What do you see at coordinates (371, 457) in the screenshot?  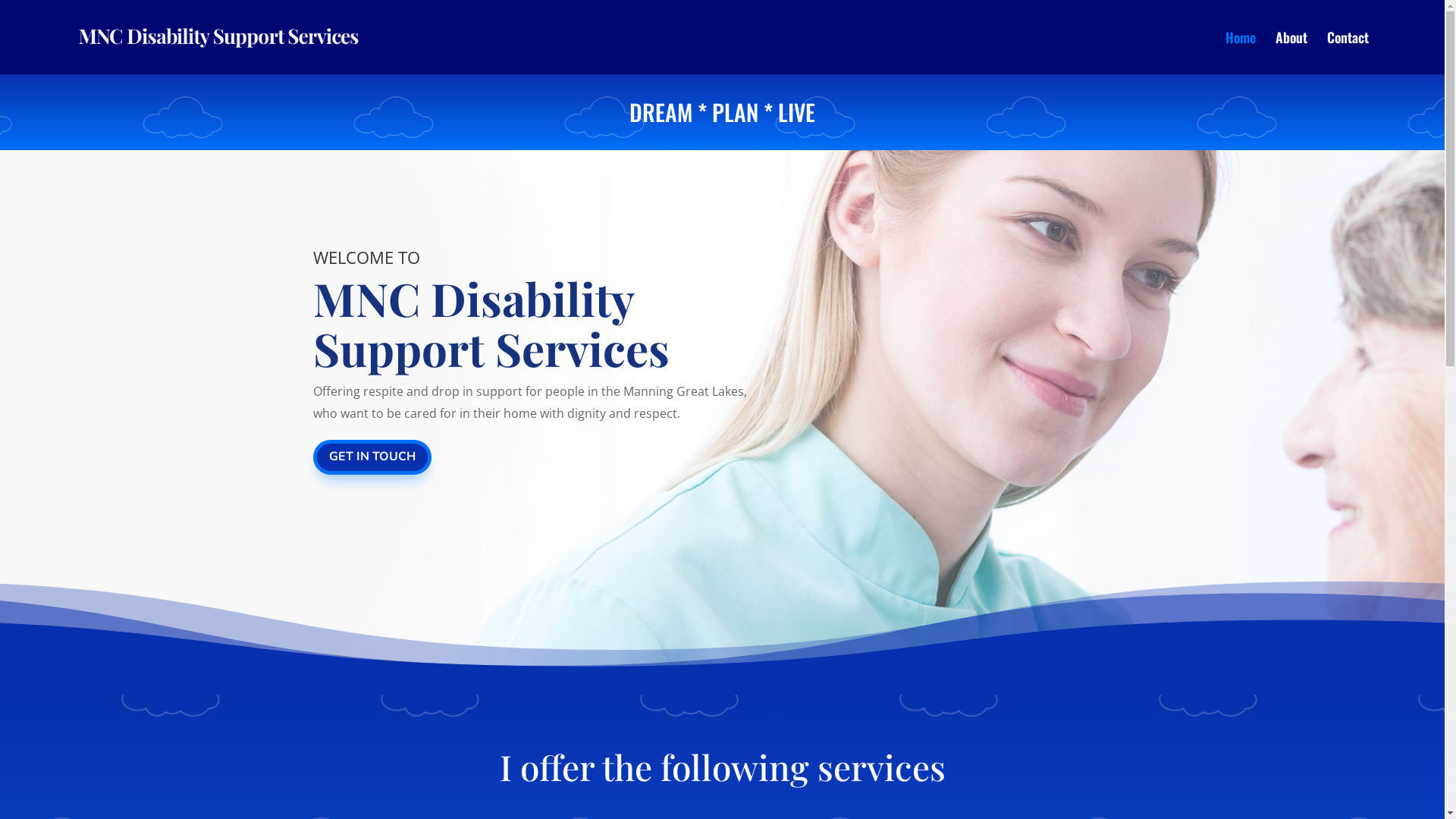 I see `'GET IN TOUCH'` at bounding box center [371, 457].